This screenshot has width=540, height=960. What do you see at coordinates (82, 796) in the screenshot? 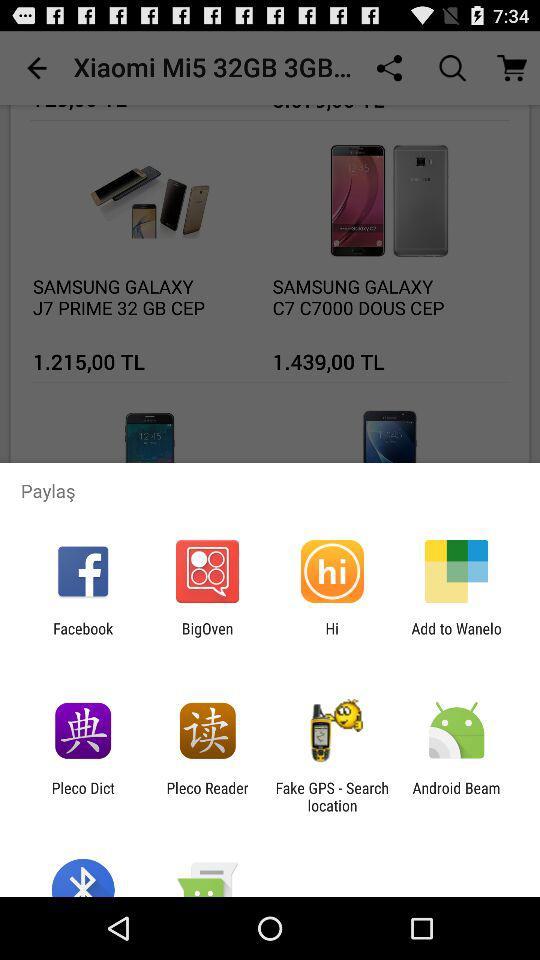
I see `the pleco dict` at bounding box center [82, 796].